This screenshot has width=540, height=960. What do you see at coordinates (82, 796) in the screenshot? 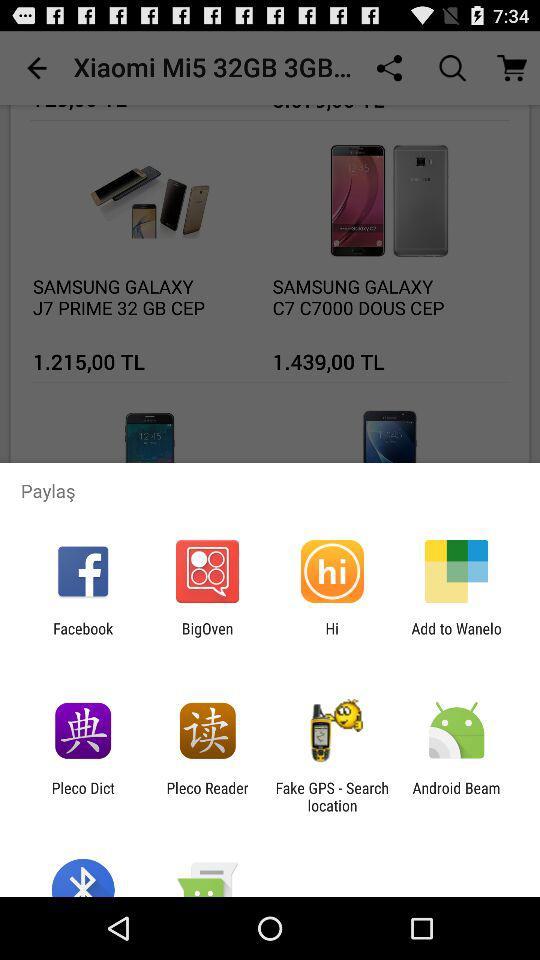
I see `the pleco dict` at bounding box center [82, 796].